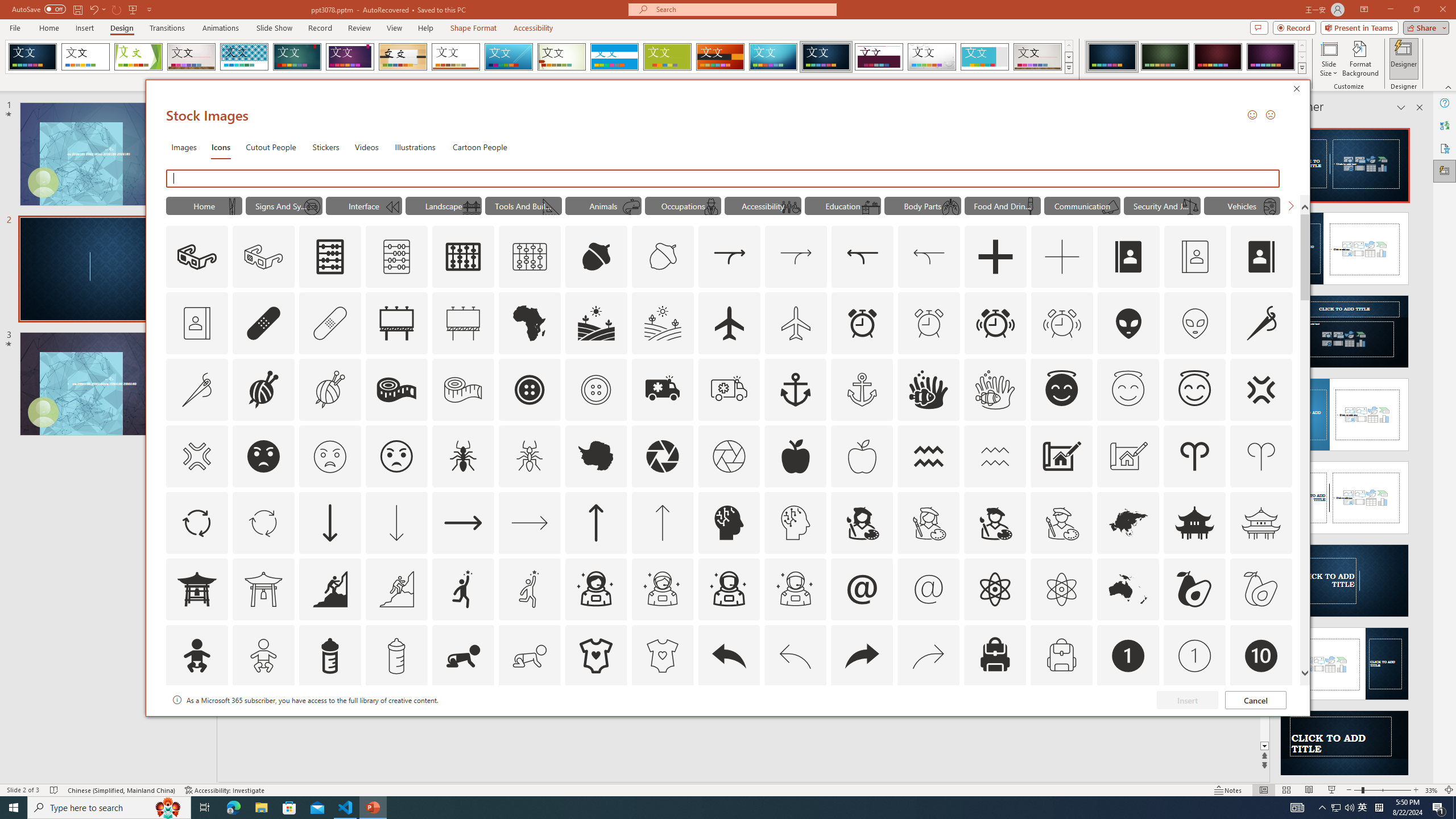  Describe the element at coordinates (729, 390) in the screenshot. I see `'AutomationID: Icons_Ambulance_M'` at that location.